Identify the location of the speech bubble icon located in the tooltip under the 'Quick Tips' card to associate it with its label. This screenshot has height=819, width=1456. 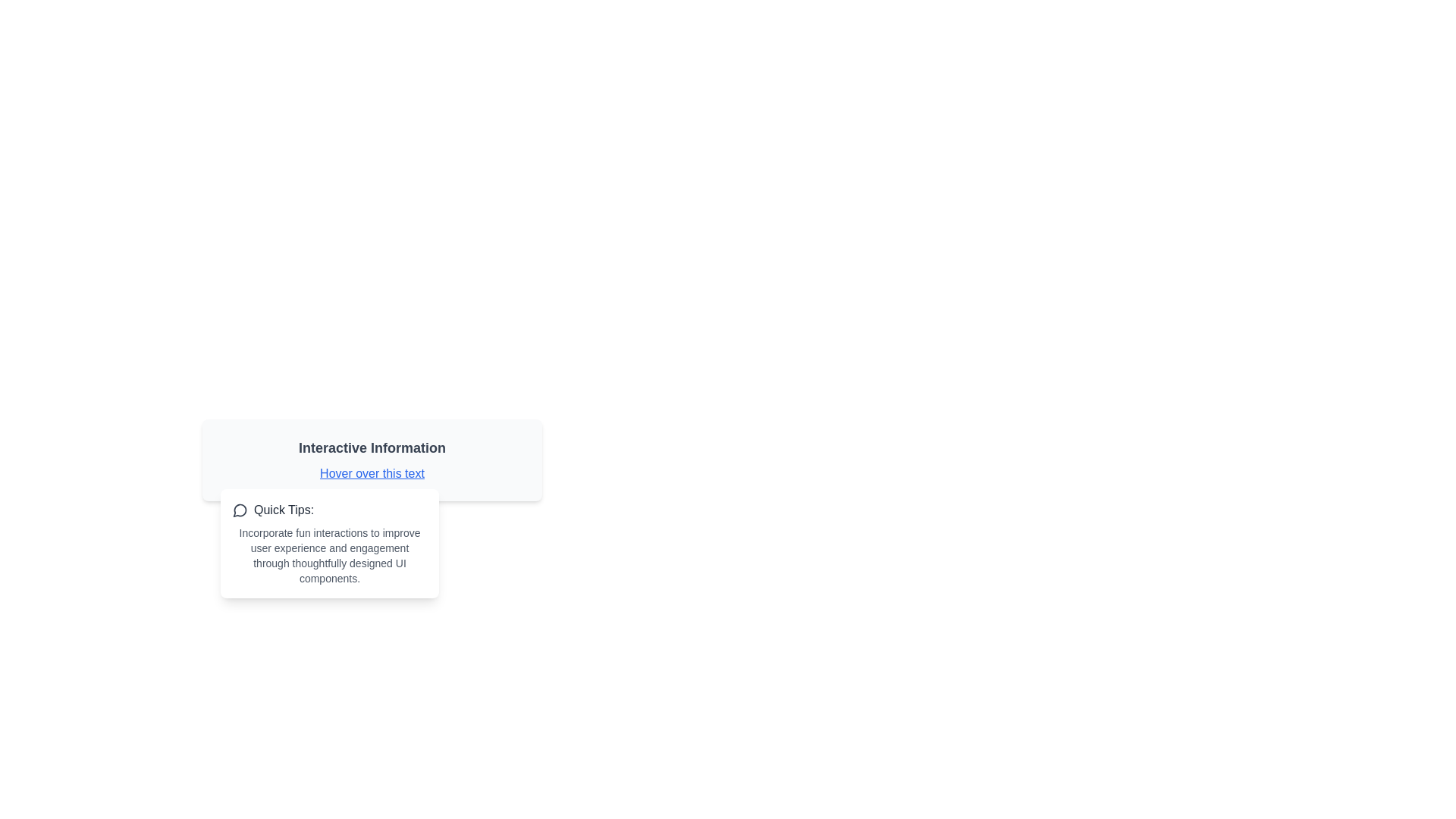
(239, 510).